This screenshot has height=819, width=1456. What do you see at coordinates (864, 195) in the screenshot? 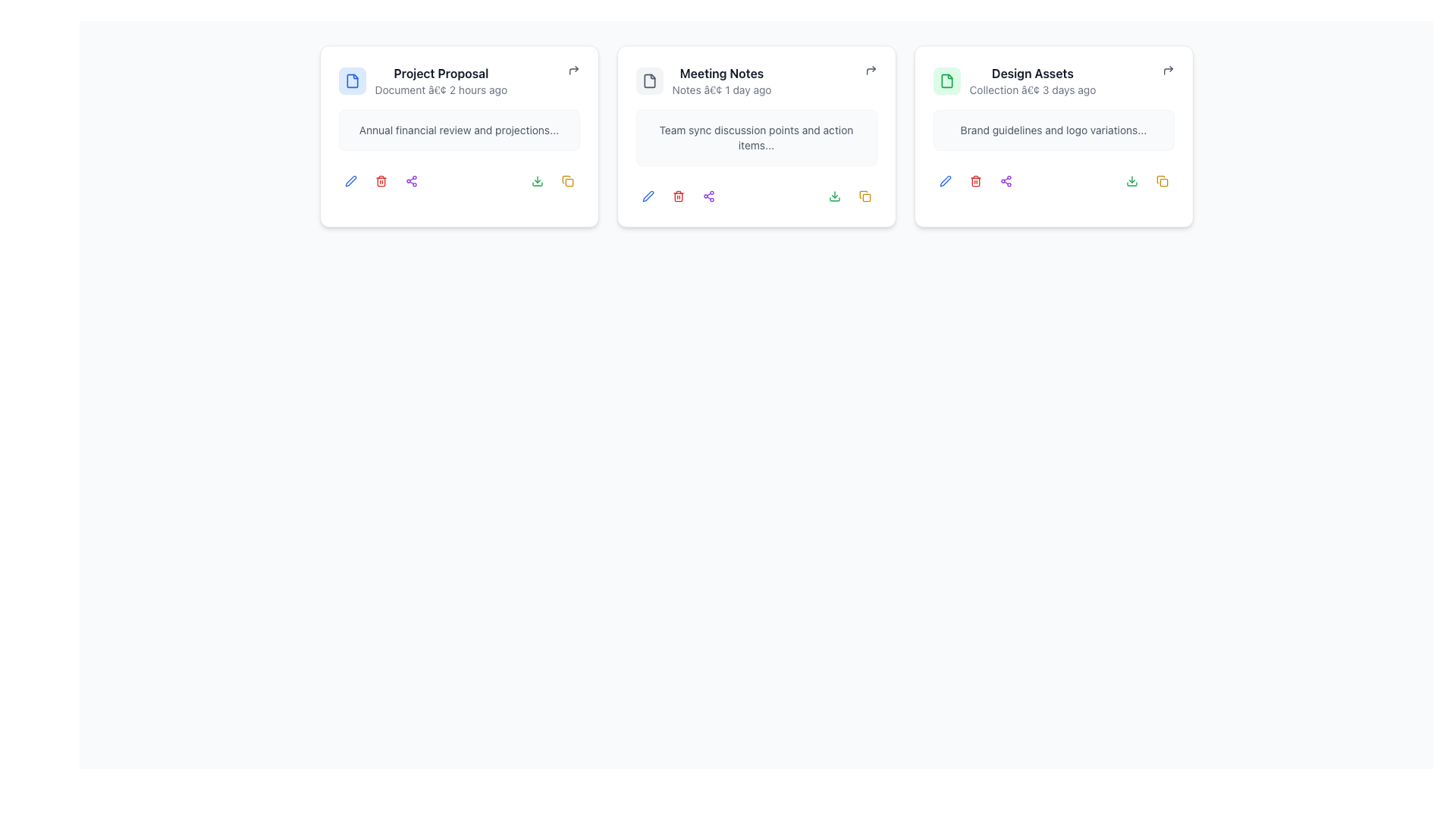
I see `the 'copy' or 'duplicate' icon located in the lower-right corner of the second card` at bounding box center [864, 195].